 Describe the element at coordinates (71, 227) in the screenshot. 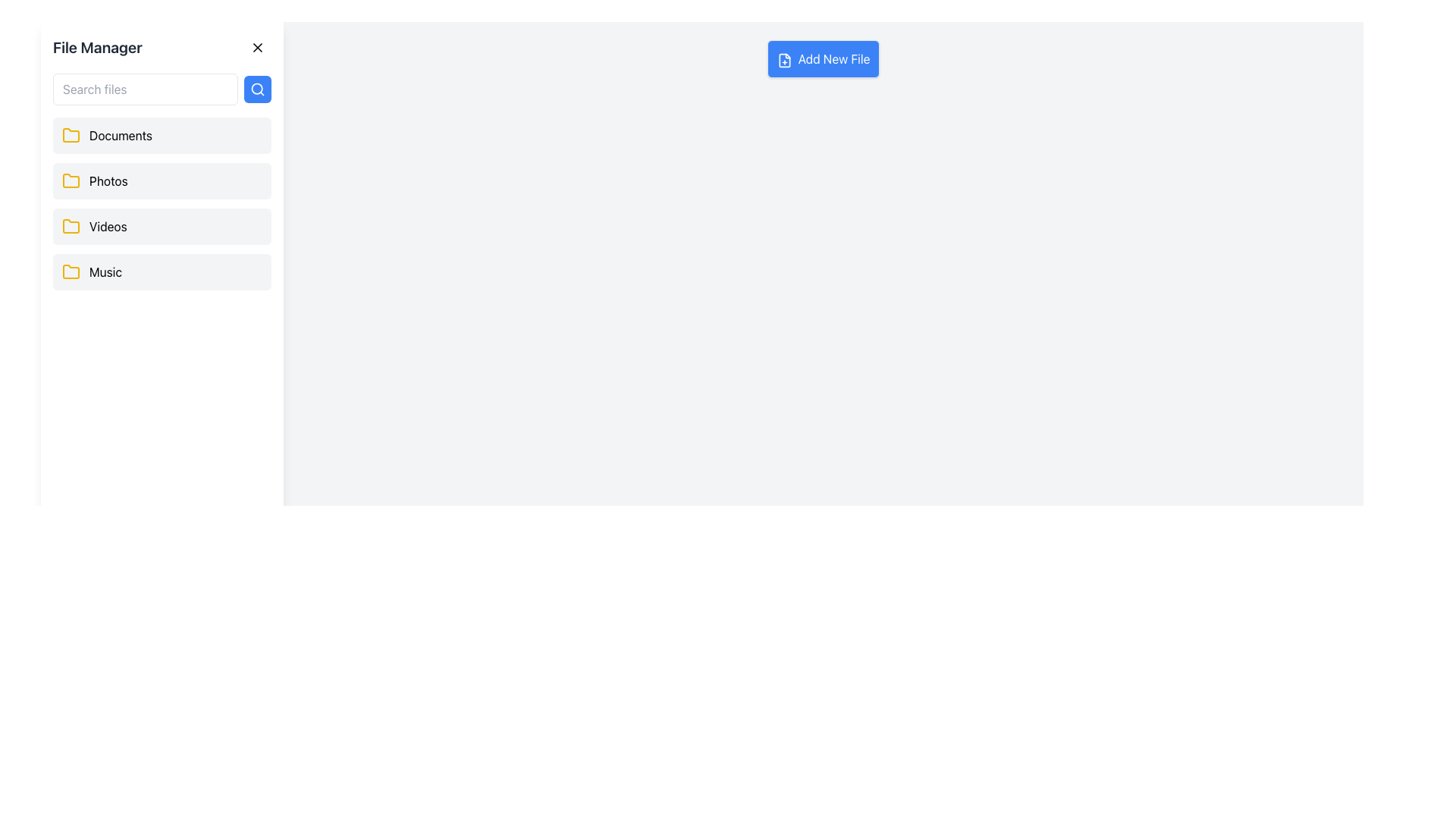

I see `the 'Videos' folder icon` at that location.